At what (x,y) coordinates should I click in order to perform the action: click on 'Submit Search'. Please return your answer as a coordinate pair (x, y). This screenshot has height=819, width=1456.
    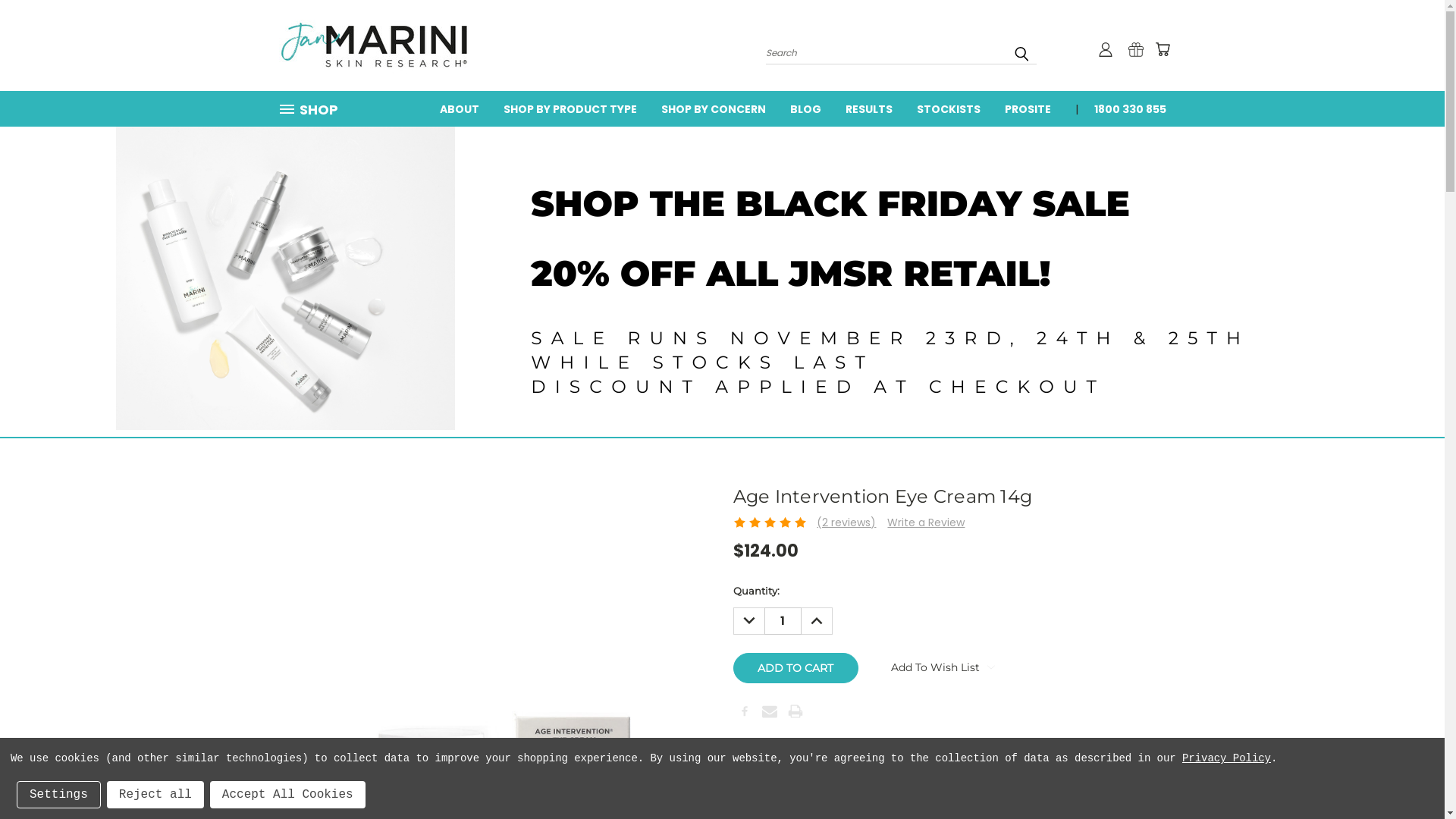
    Looking at the image, I should click on (1021, 52).